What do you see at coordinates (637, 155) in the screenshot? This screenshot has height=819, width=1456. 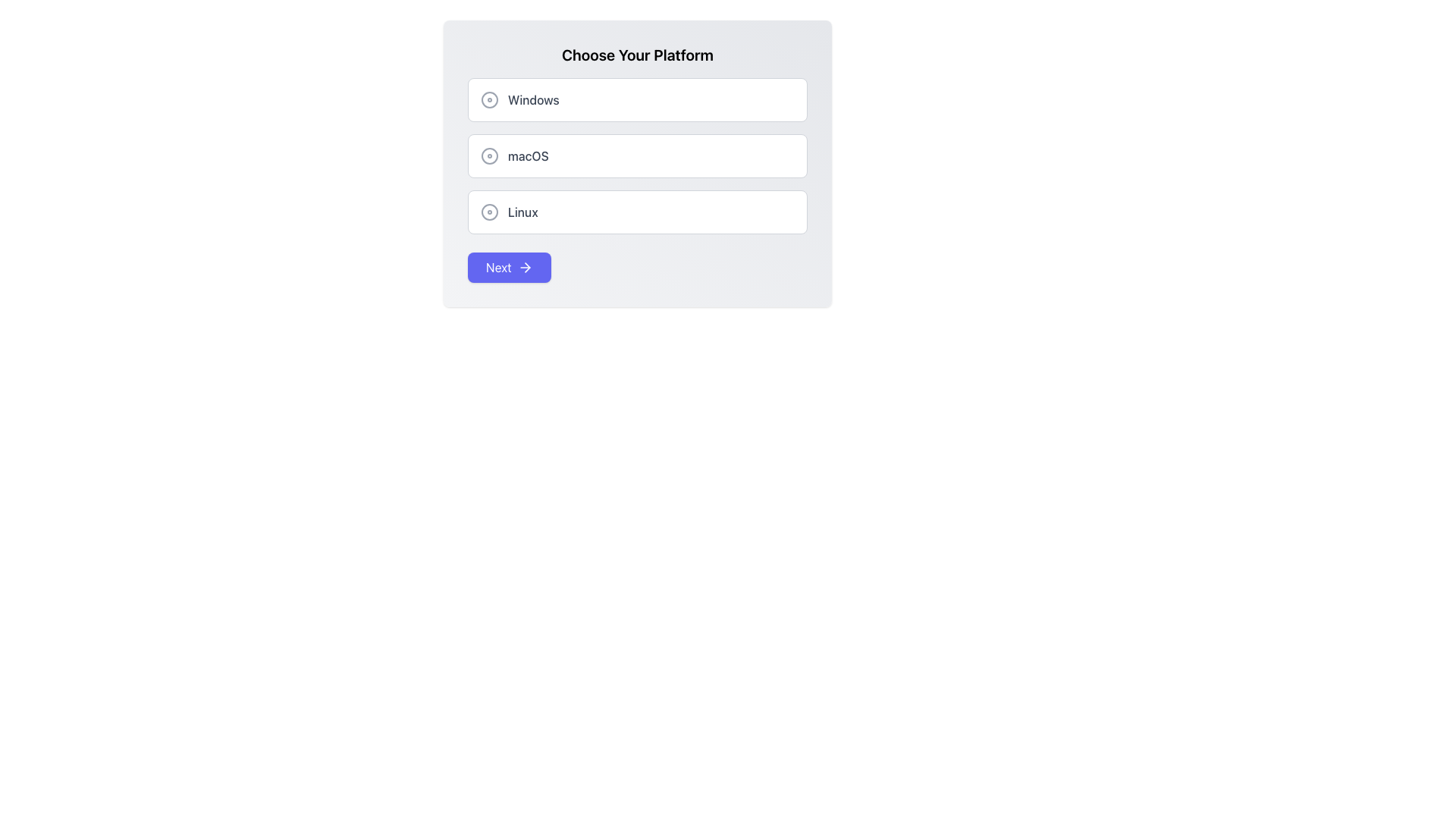 I see `the 'macOS' platform selection button, which is the second option in the list of platform choices` at bounding box center [637, 155].